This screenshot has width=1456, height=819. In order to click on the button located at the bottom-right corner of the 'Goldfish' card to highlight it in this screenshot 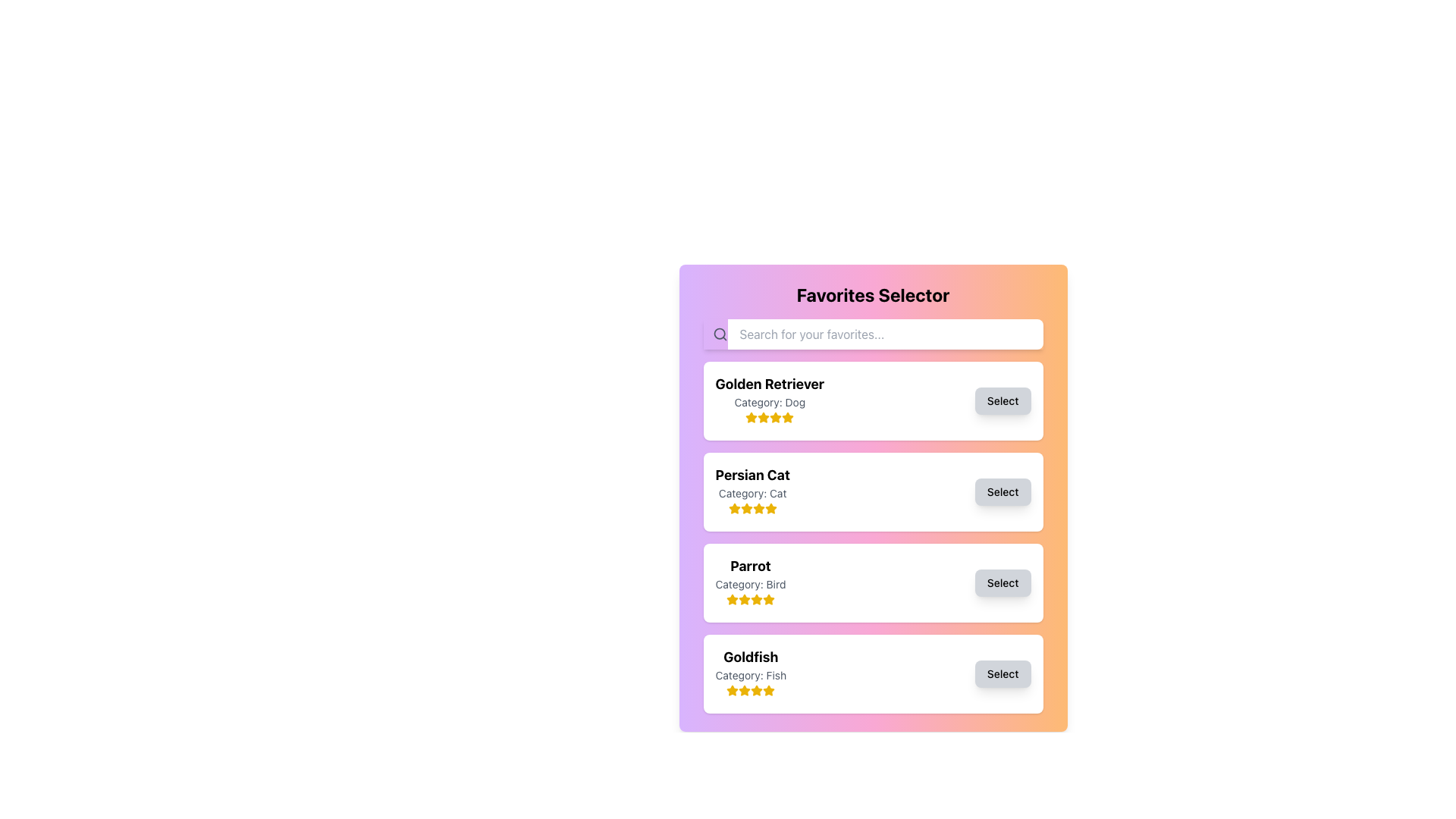, I will do `click(1003, 673)`.